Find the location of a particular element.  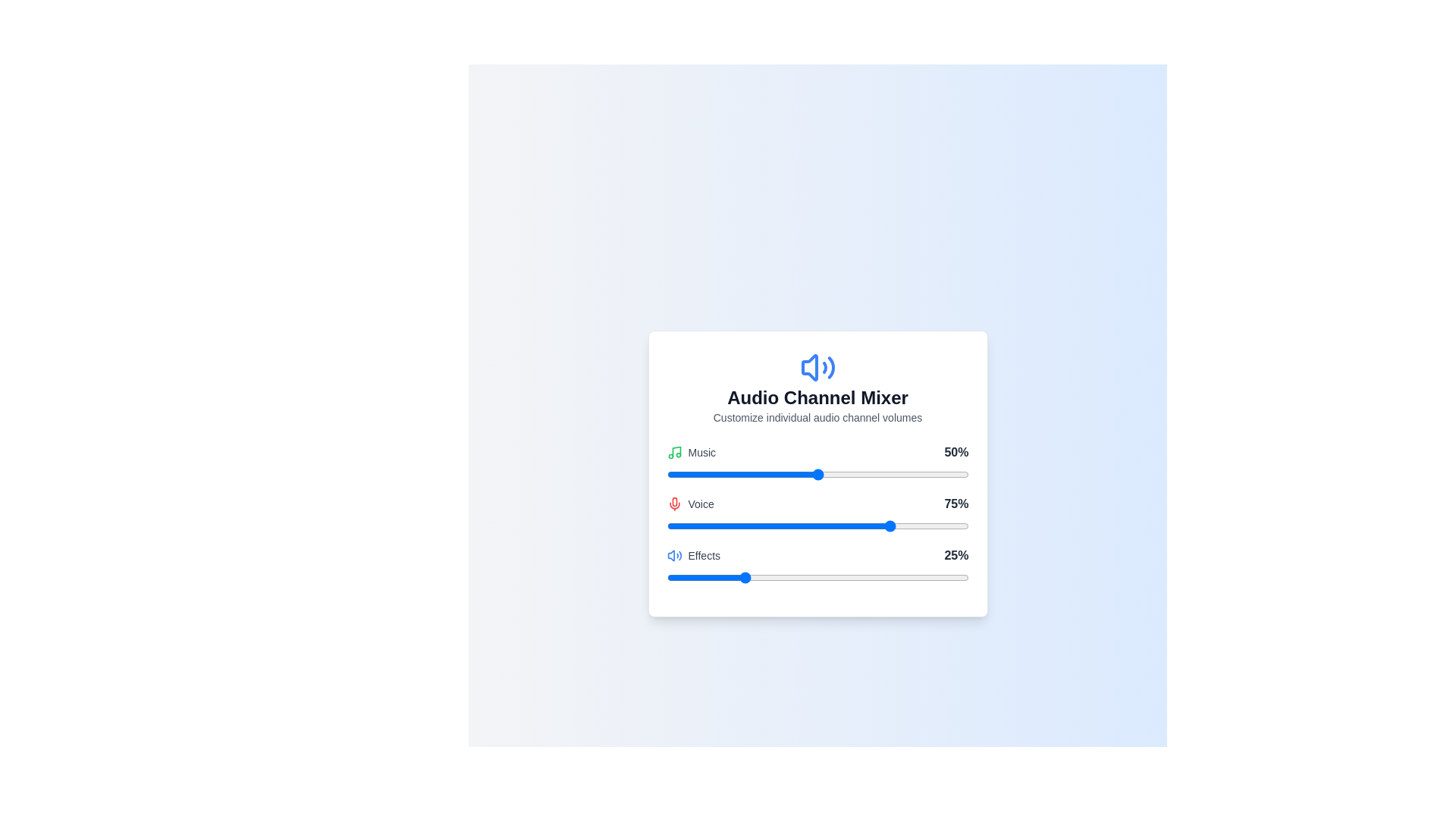

effects volume is located at coordinates (672, 578).